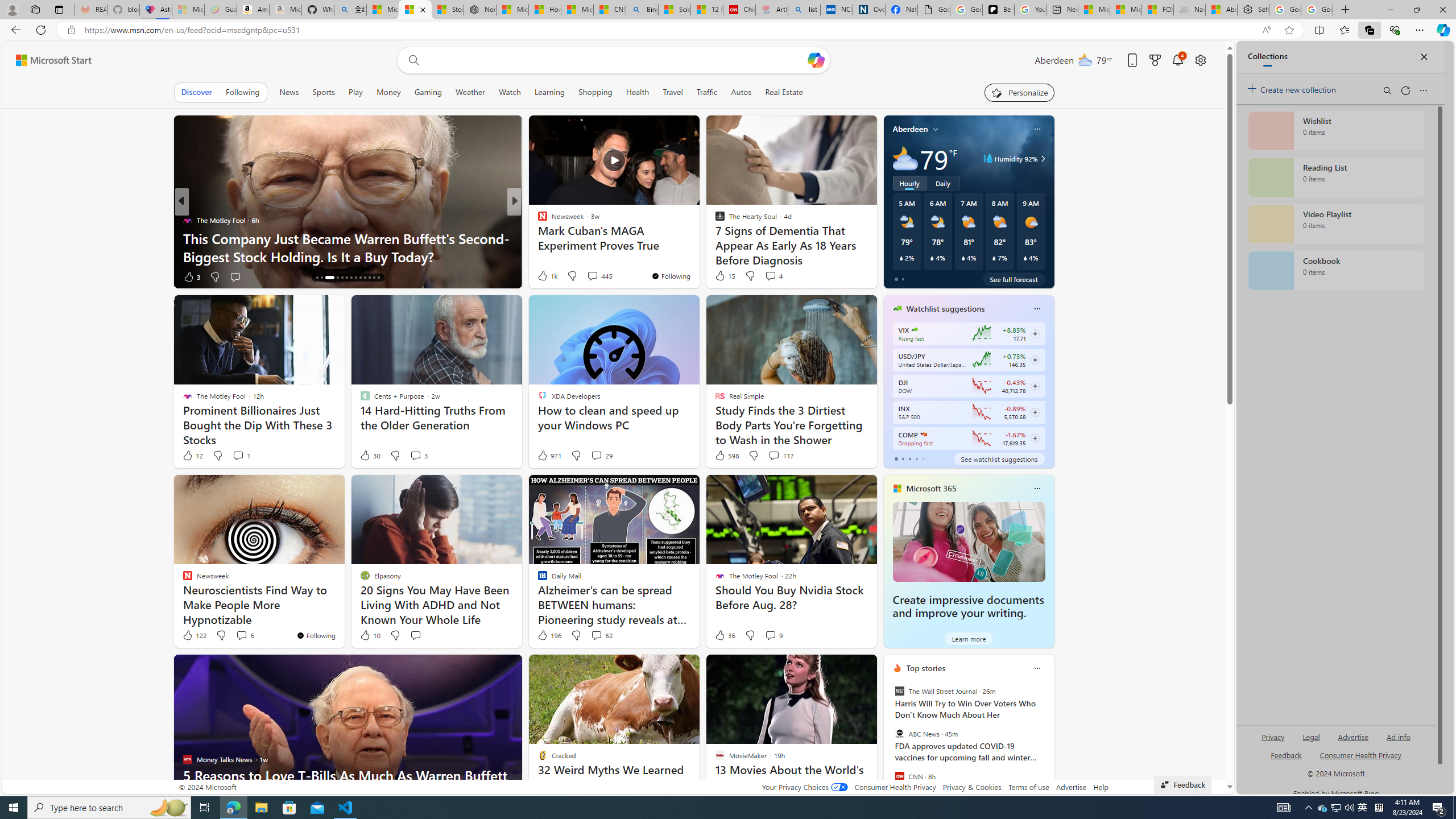 The image size is (1456, 819). Describe the element at coordinates (945, 308) in the screenshot. I see `'Watchlist suggestions'` at that location.